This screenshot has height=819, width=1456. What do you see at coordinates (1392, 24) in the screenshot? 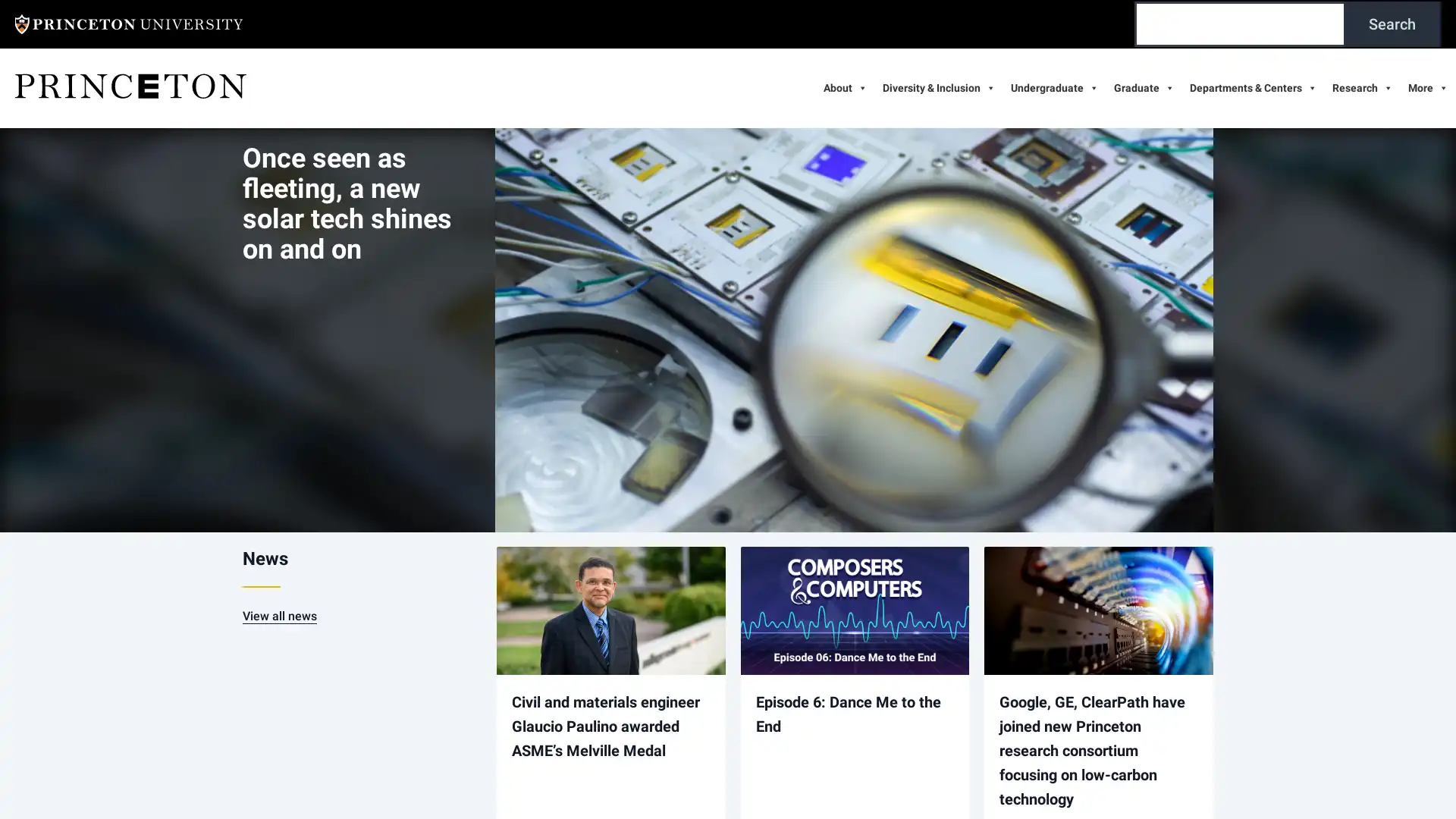
I see `Search` at bounding box center [1392, 24].